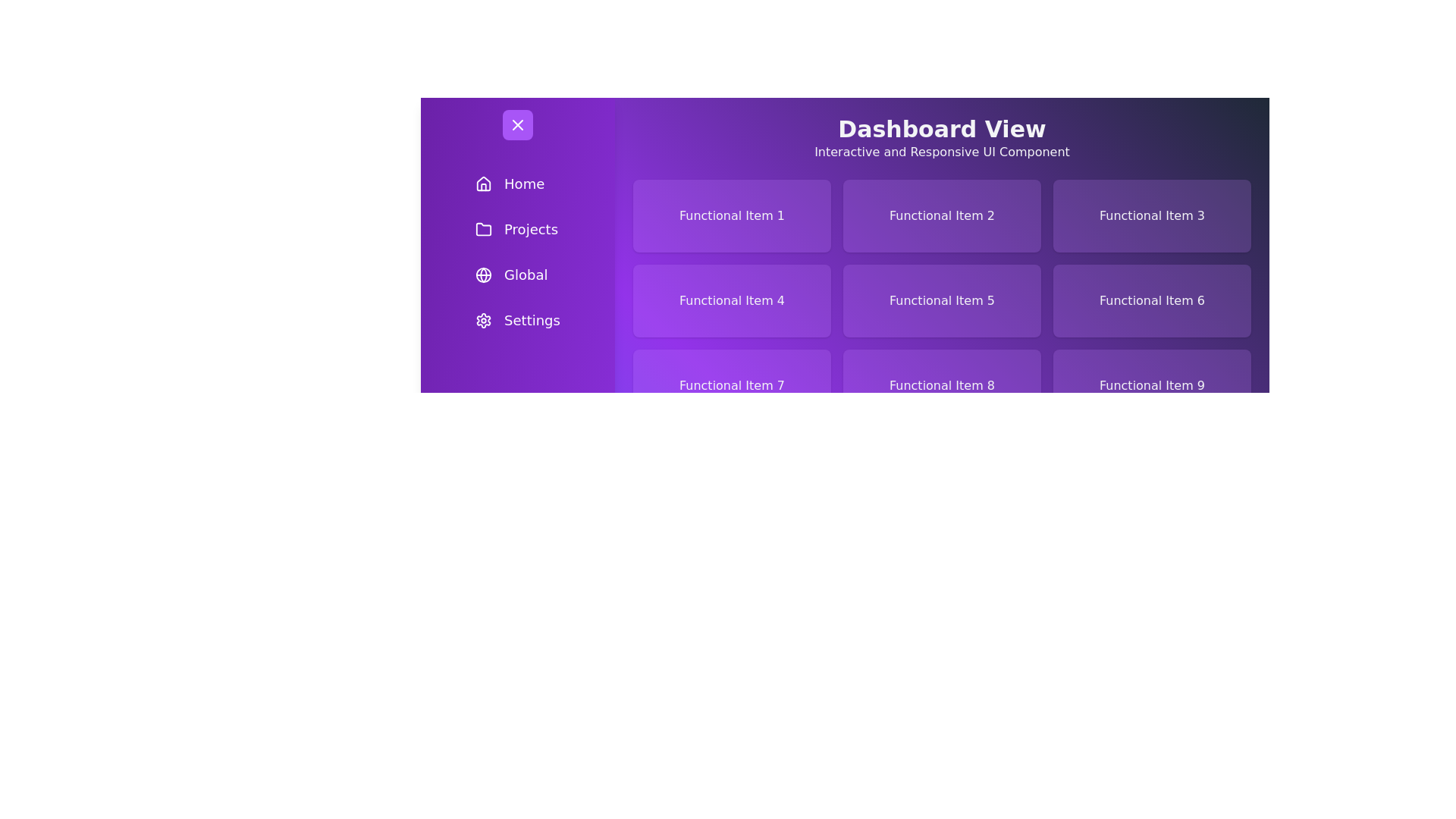 Image resolution: width=1456 pixels, height=819 pixels. What do you see at coordinates (517, 184) in the screenshot?
I see `the menu item labeled 'Home' to observe its hover effect` at bounding box center [517, 184].